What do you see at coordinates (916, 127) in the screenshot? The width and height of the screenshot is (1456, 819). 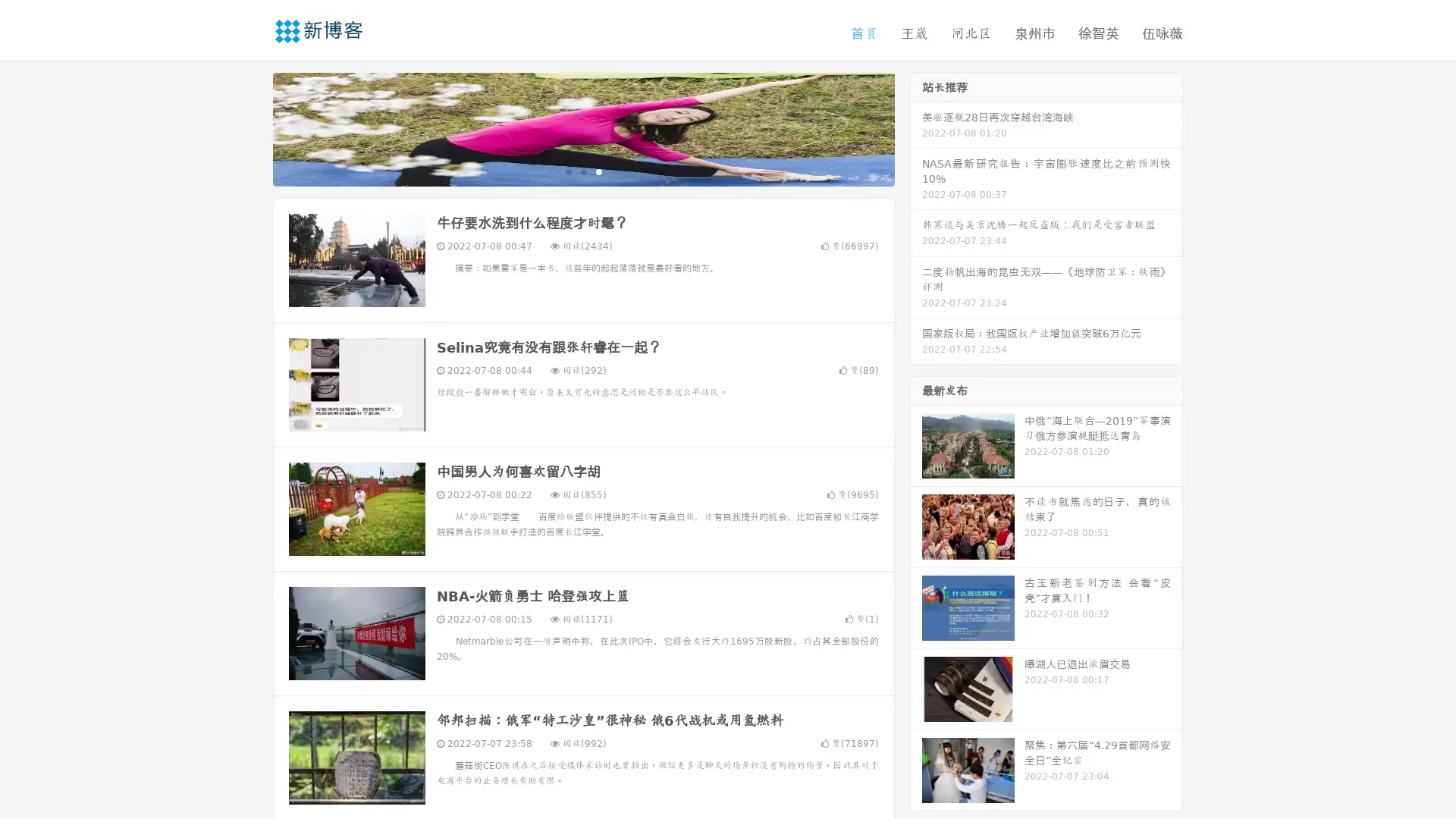 I see `Next slide` at bounding box center [916, 127].